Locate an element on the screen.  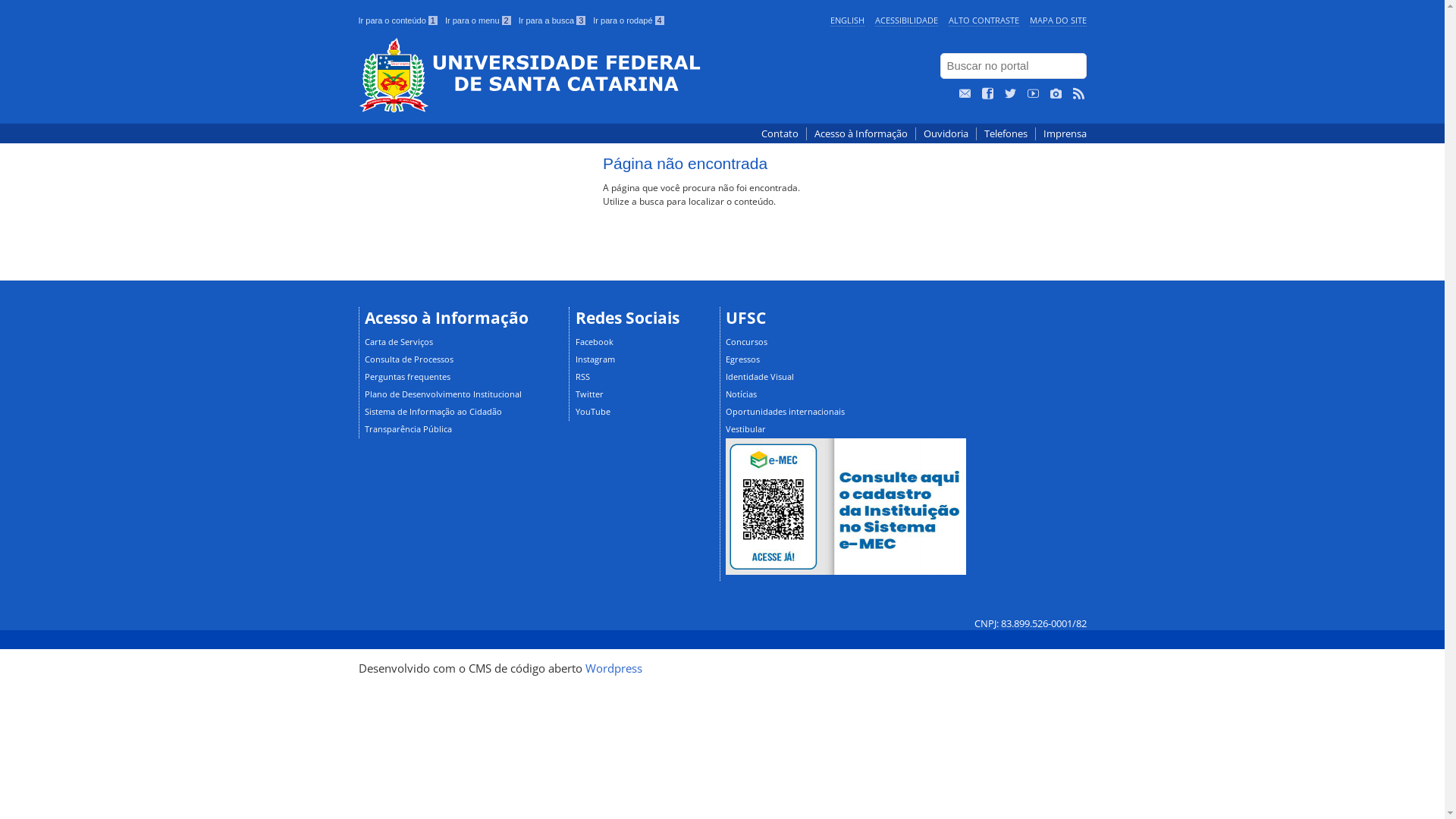
'MAPA DO SITE' is located at coordinates (1057, 20).